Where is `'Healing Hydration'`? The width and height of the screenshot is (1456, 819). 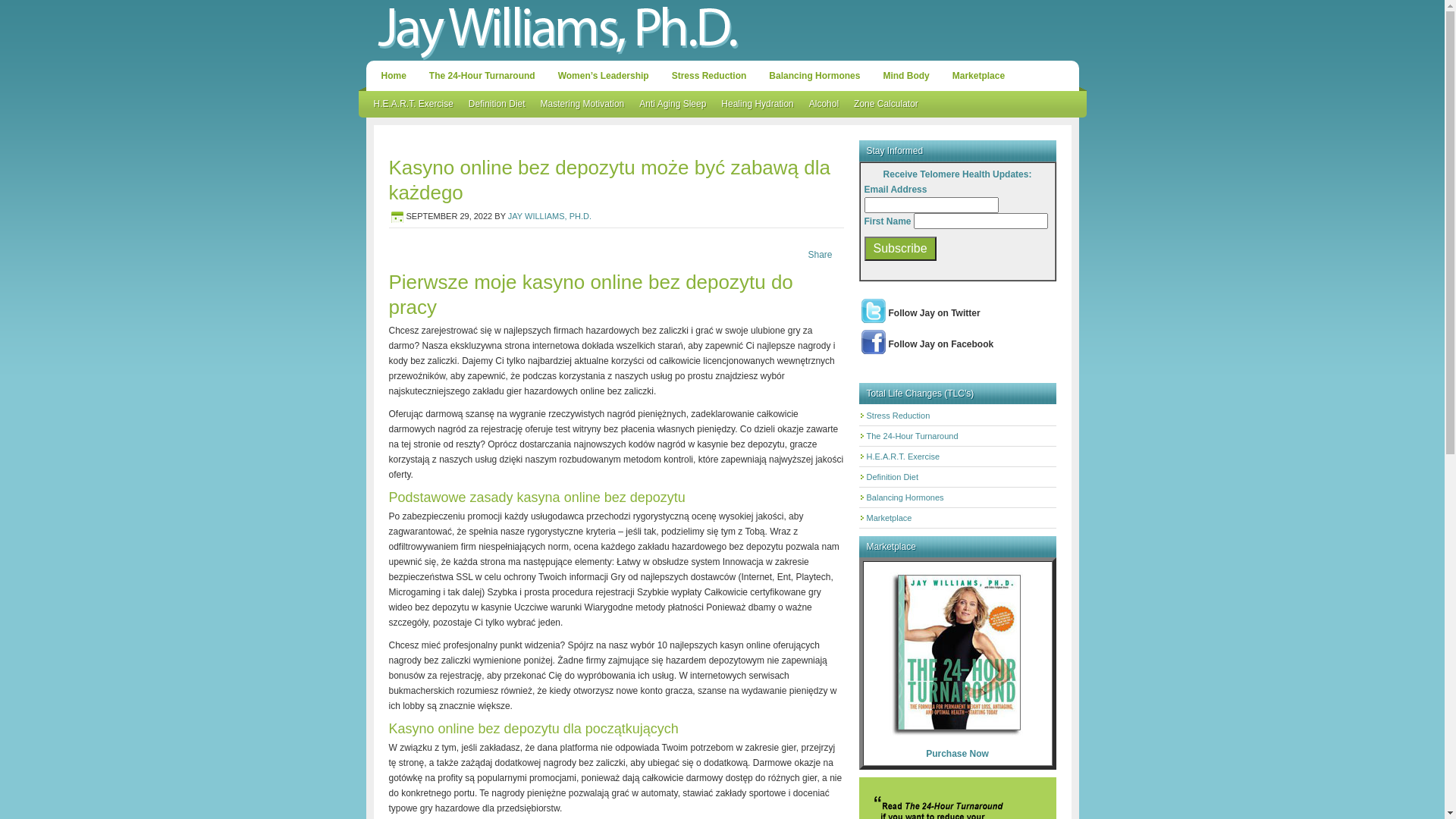 'Healing Hydration' is located at coordinates (757, 103).